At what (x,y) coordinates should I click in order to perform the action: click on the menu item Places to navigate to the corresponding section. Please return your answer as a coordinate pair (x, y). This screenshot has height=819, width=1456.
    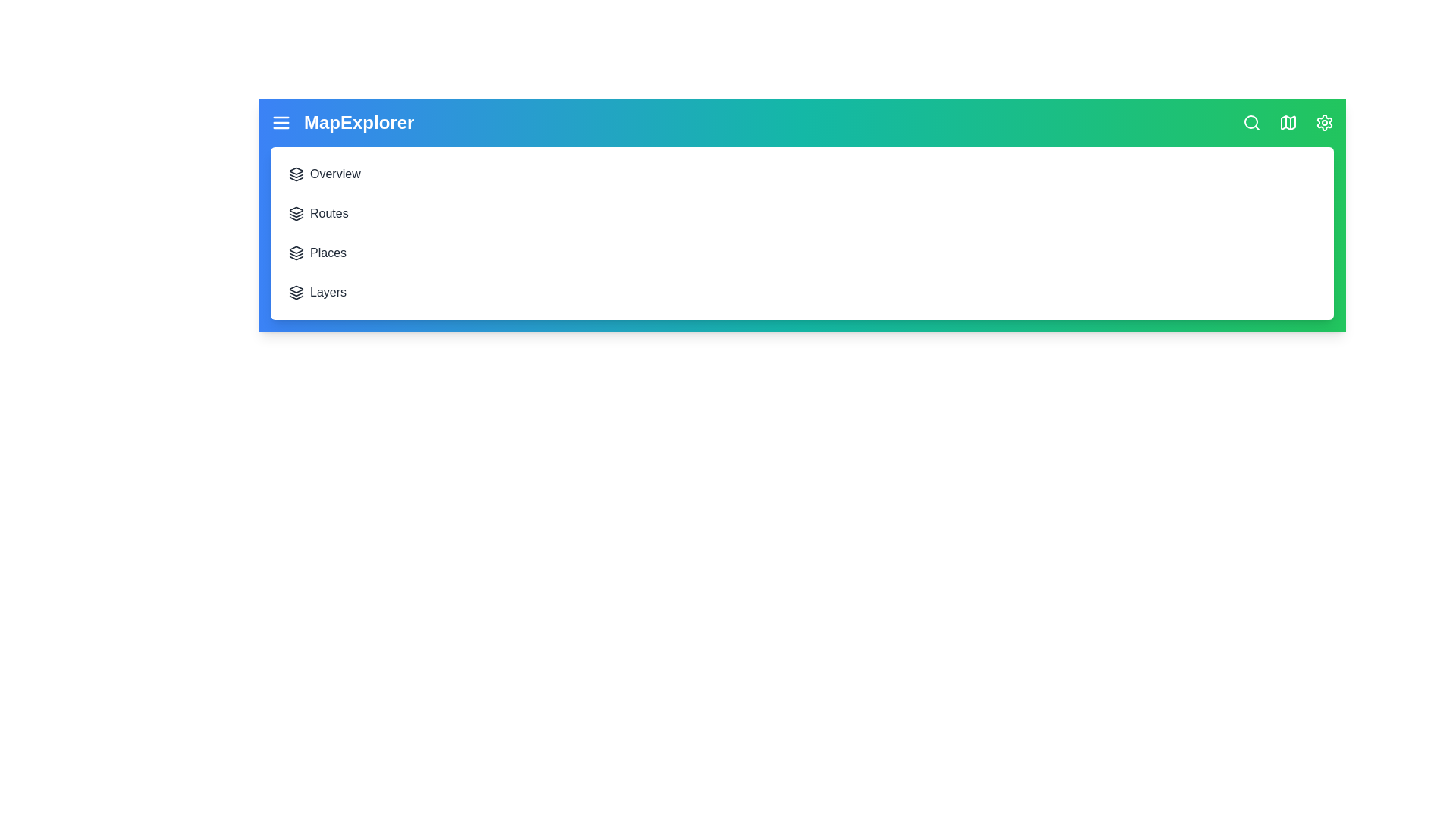
    Looking at the image, I should click on (296, 253).